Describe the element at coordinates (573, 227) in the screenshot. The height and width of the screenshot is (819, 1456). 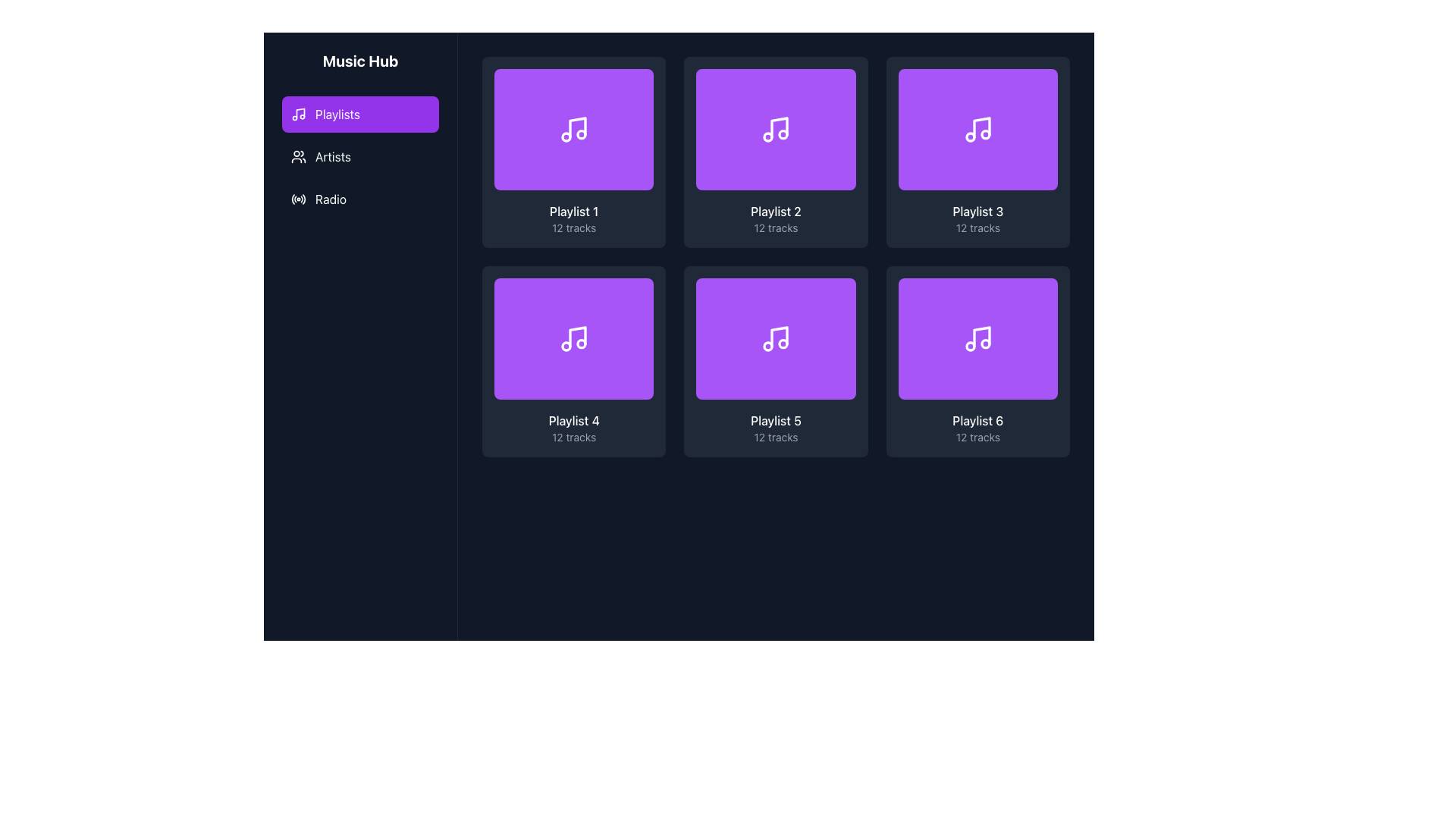
I see `the Text Label indicating the number of tracks in the playlist, located below the 'Playlist 1' title in the first playlist card` at that location.